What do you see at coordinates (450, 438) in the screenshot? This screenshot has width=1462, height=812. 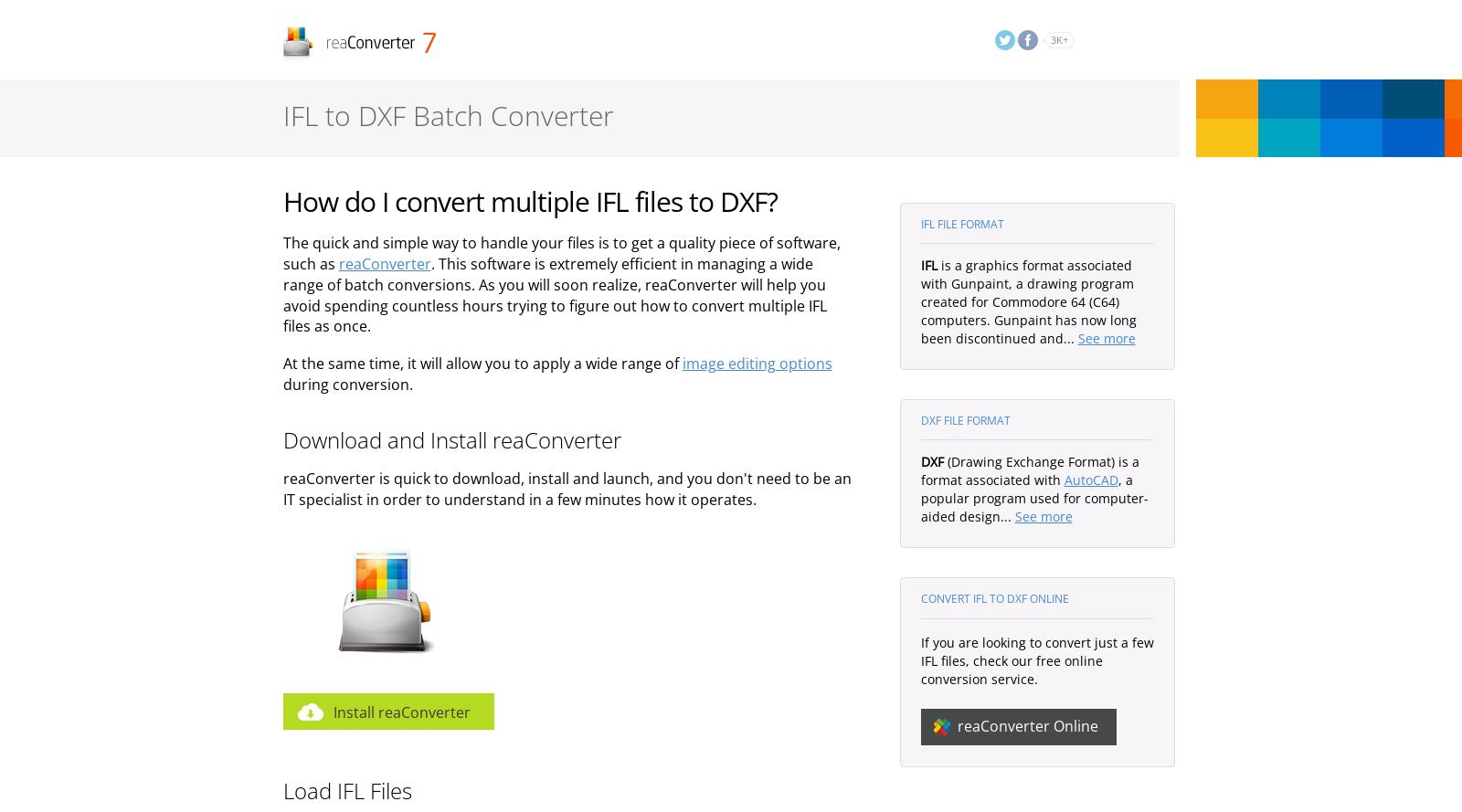 I see `'Download and Install reaConverter'` at bounding box center [450, 438].